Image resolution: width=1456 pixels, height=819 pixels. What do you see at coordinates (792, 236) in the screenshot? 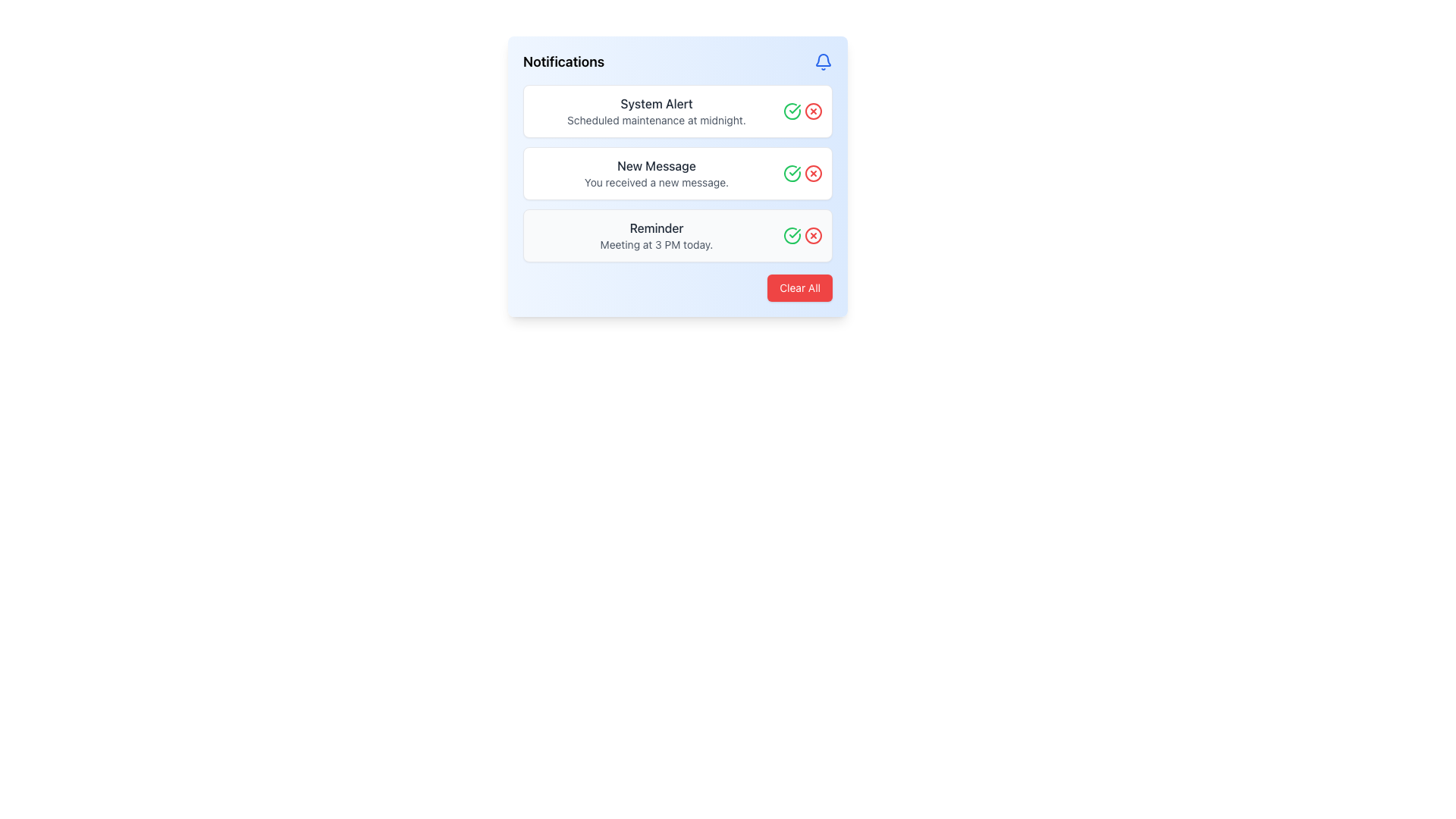
I see `the green checkmark icon in the 'Reminder' notification block` at bounding box center [792, 236].